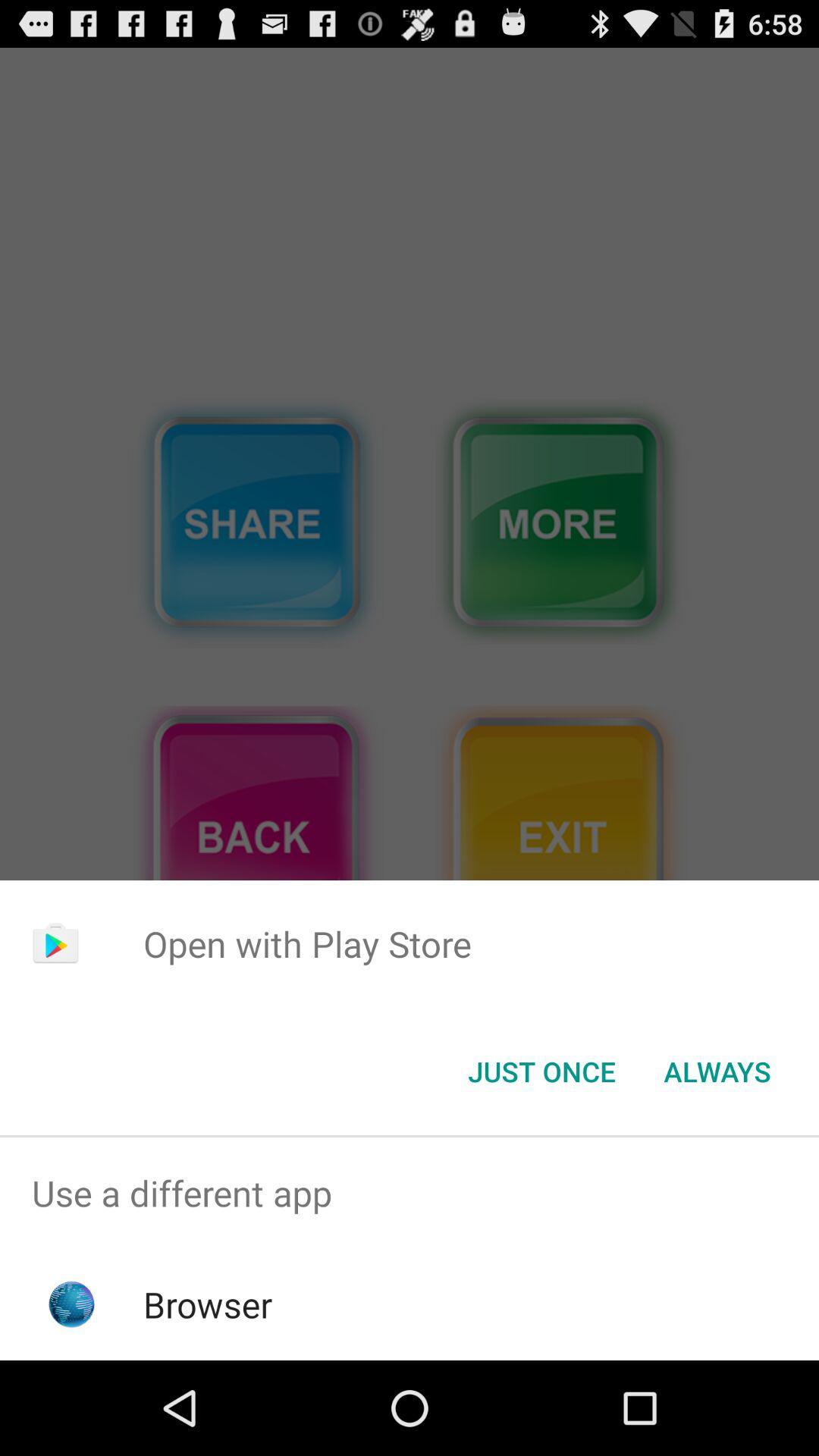 The width and height of the screenshot is (819, 1456). Describe the element at coordinates (541, 1070) in the screenshot. I see `the icon below open with play icon` at that location.